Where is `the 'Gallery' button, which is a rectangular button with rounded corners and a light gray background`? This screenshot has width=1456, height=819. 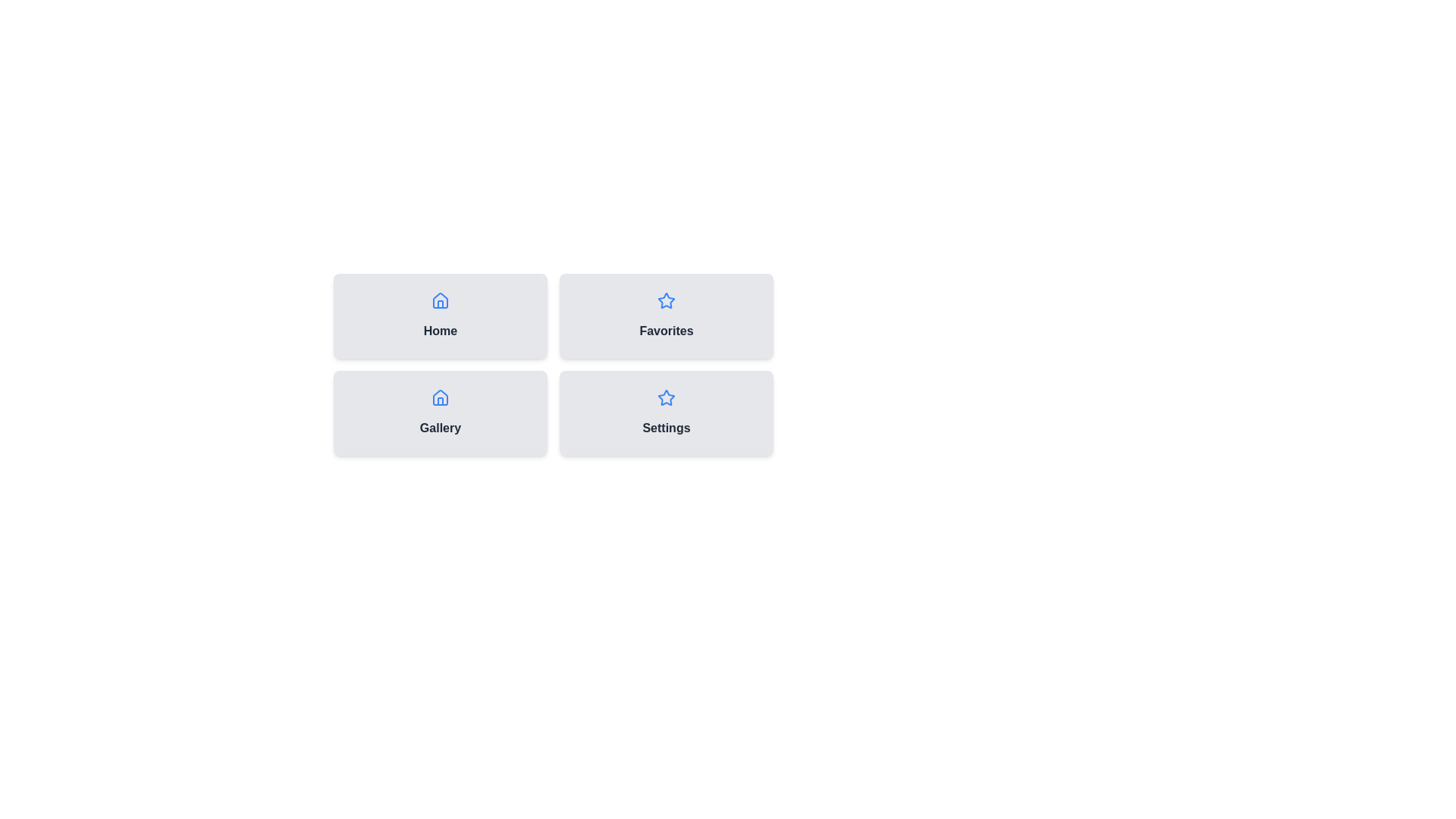
the 'Gallery' button, which is a rectangular button with rounded corners and a light gray background is located at coordinates (439, 413).